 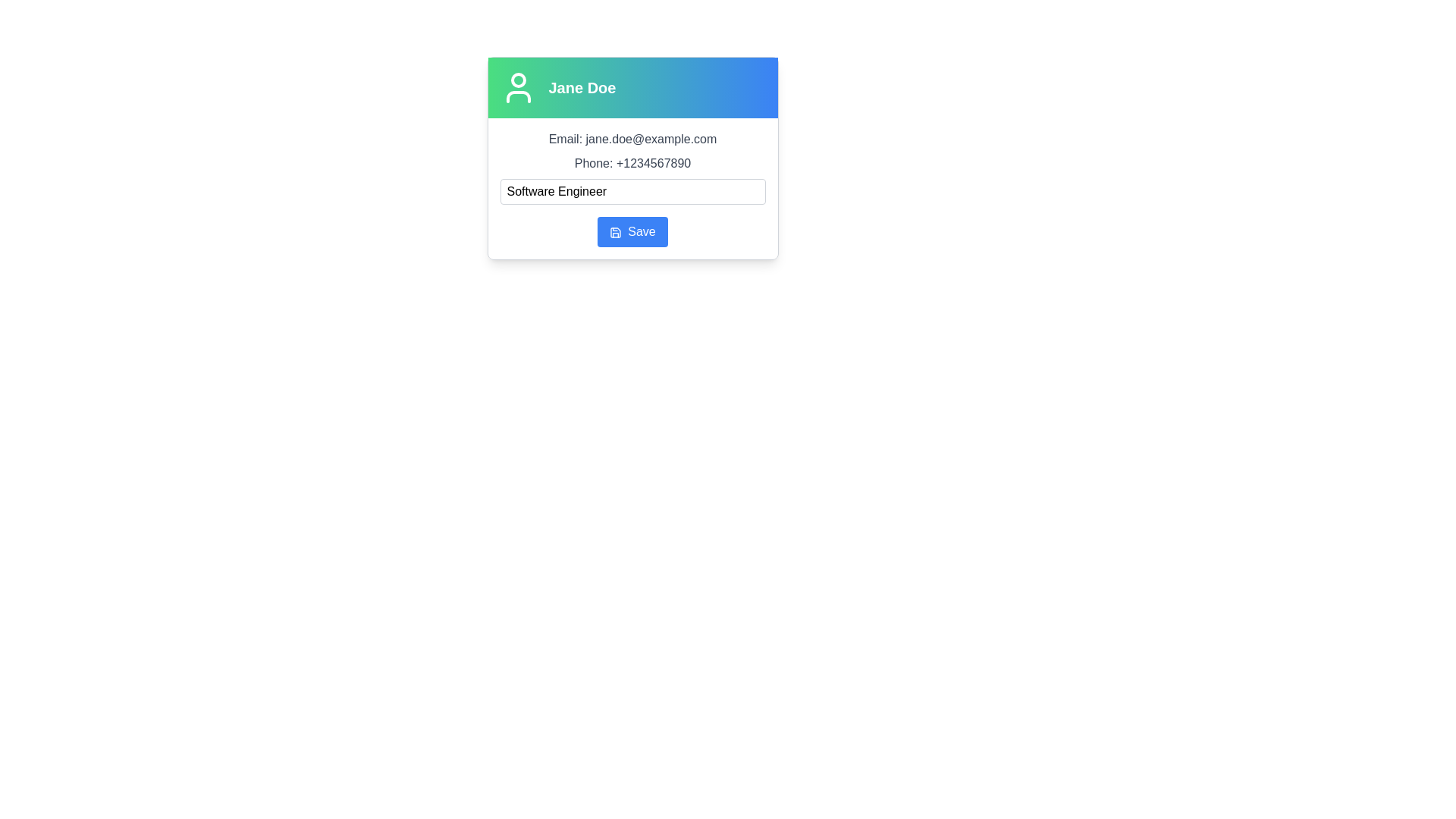 I want to click on the rectangular button with a blue background and rounded edges labeled 'Save', so click(x=632, y=231).